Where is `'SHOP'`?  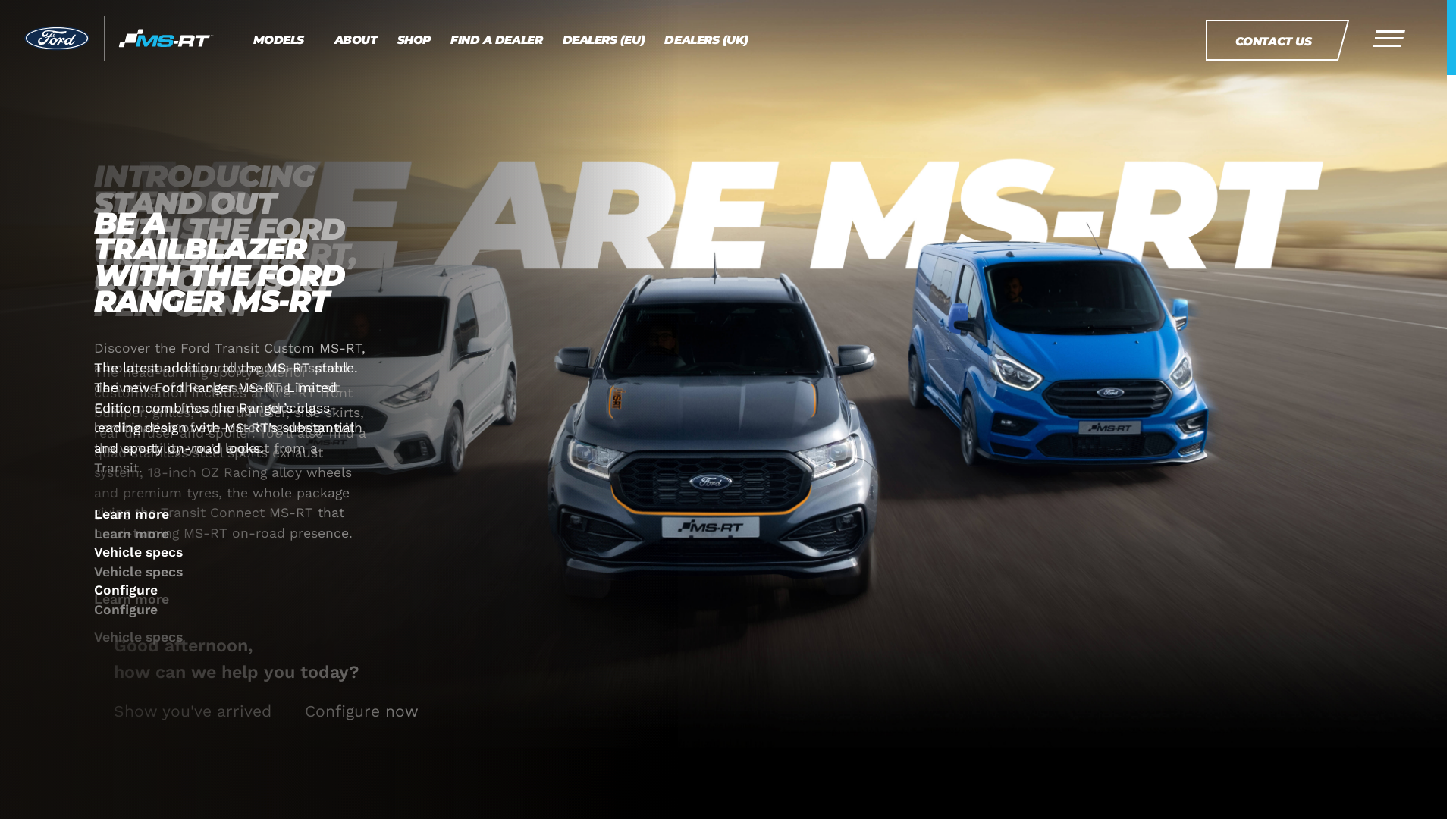 'SHOP' is located at coordinates (383, 39).